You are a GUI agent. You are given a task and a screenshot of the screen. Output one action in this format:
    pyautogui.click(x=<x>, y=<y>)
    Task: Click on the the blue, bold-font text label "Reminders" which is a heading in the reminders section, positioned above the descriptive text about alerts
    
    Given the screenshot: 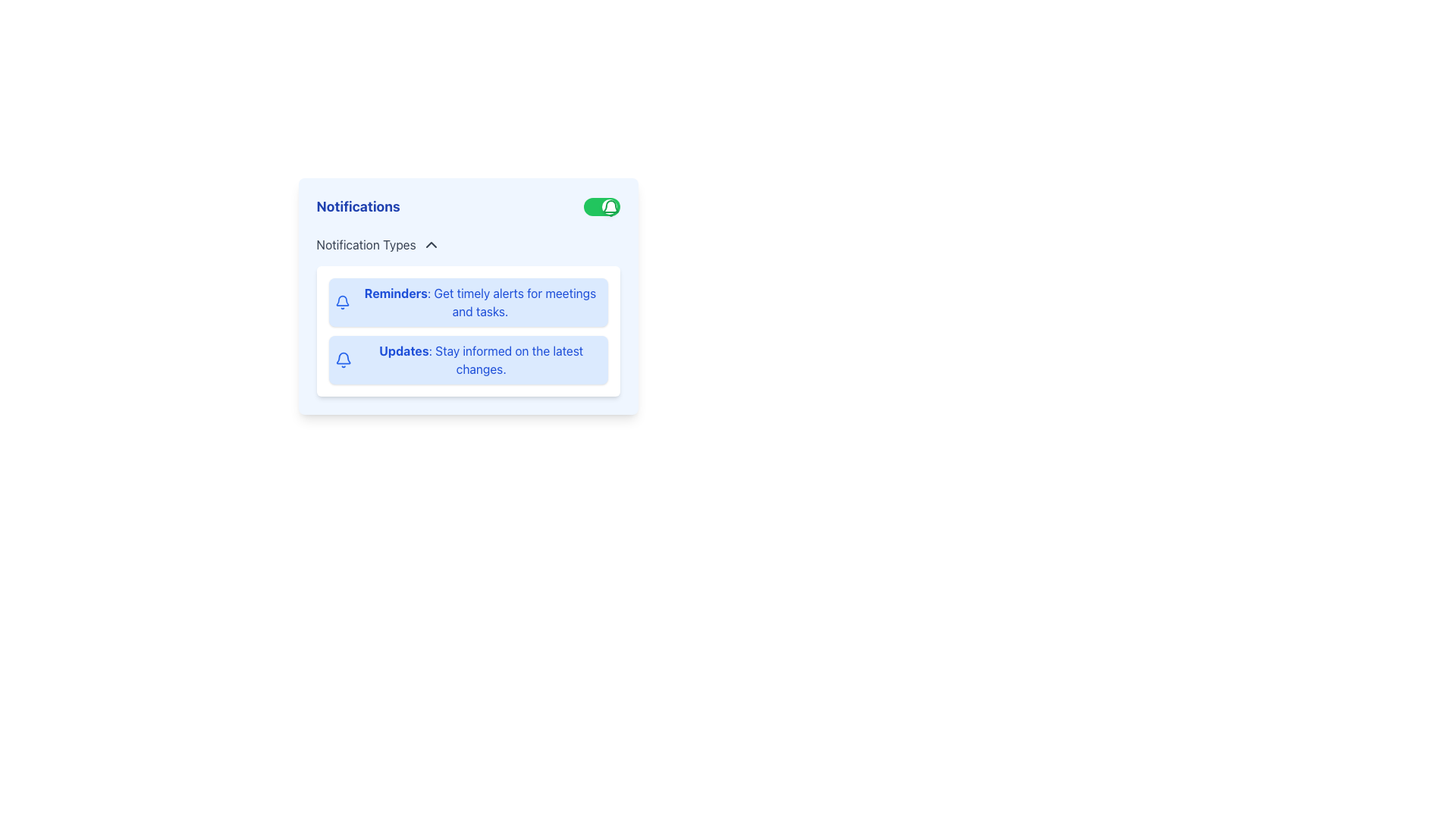 What is the action you would take?
    pyautogui.click(x=396, y=293)
    